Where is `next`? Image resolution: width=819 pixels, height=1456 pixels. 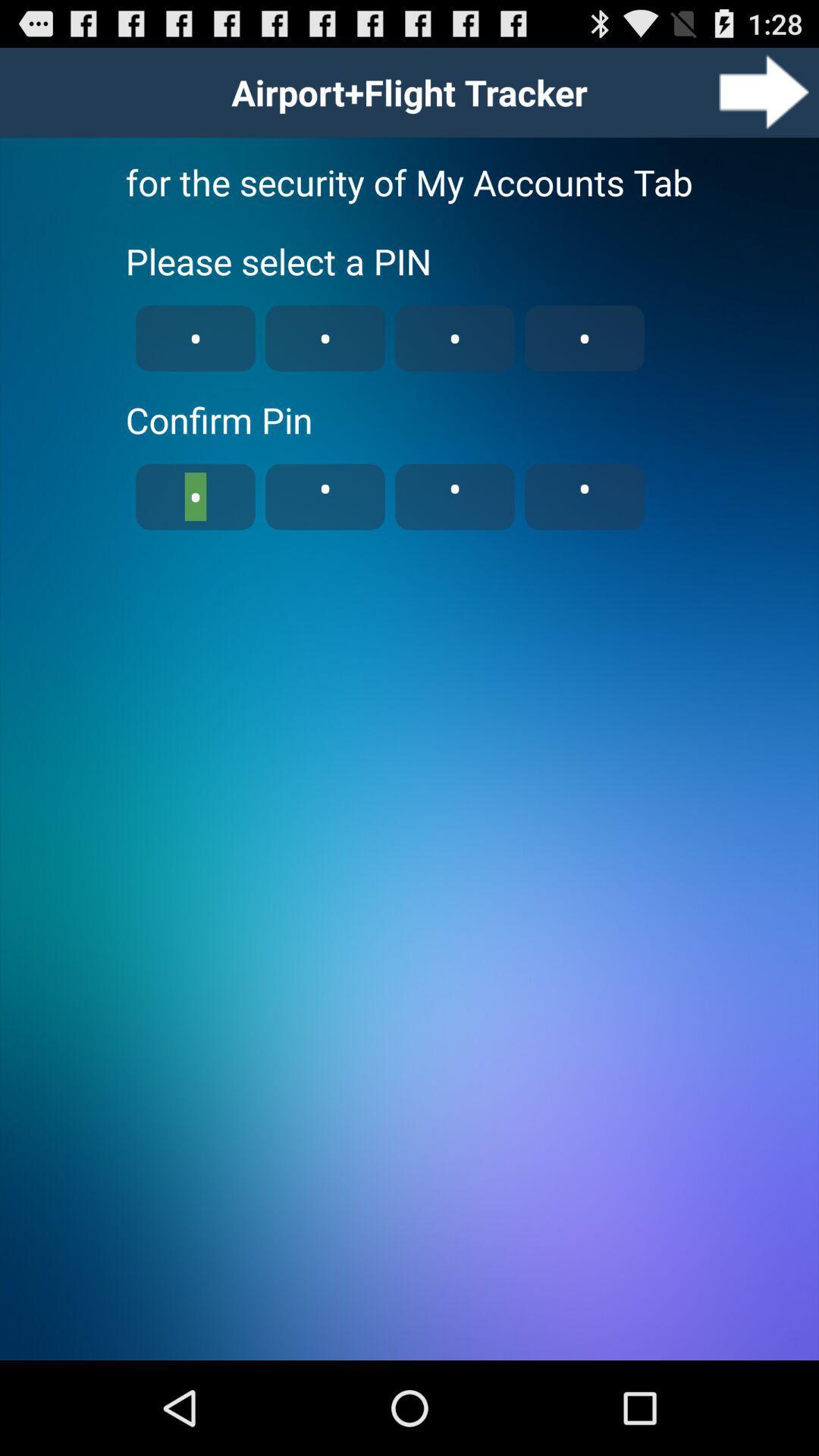
next is located at coordinates (764, 91).